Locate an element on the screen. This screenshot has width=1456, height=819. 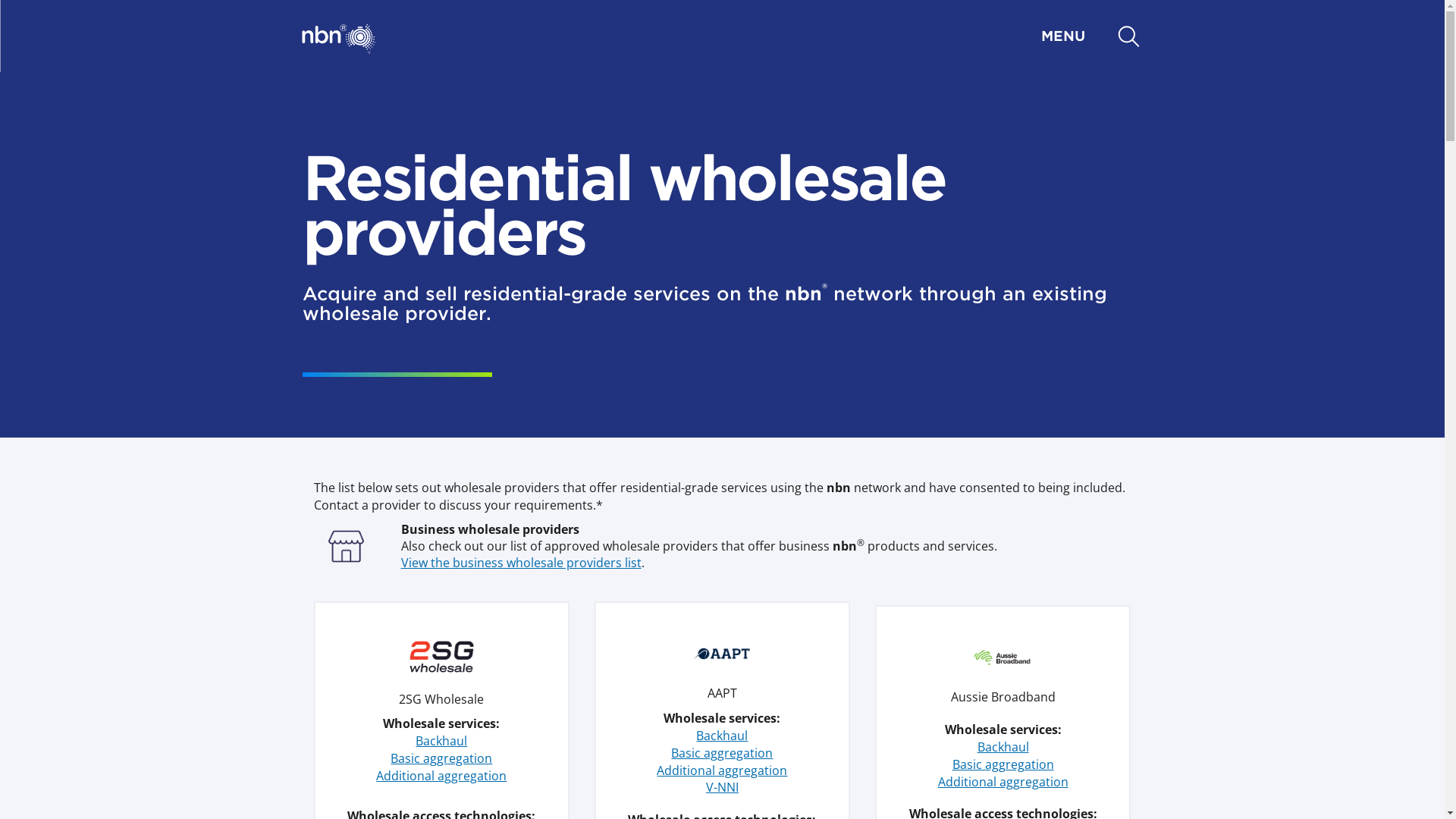
'V-NNI' is located at coordinates (705, 786).